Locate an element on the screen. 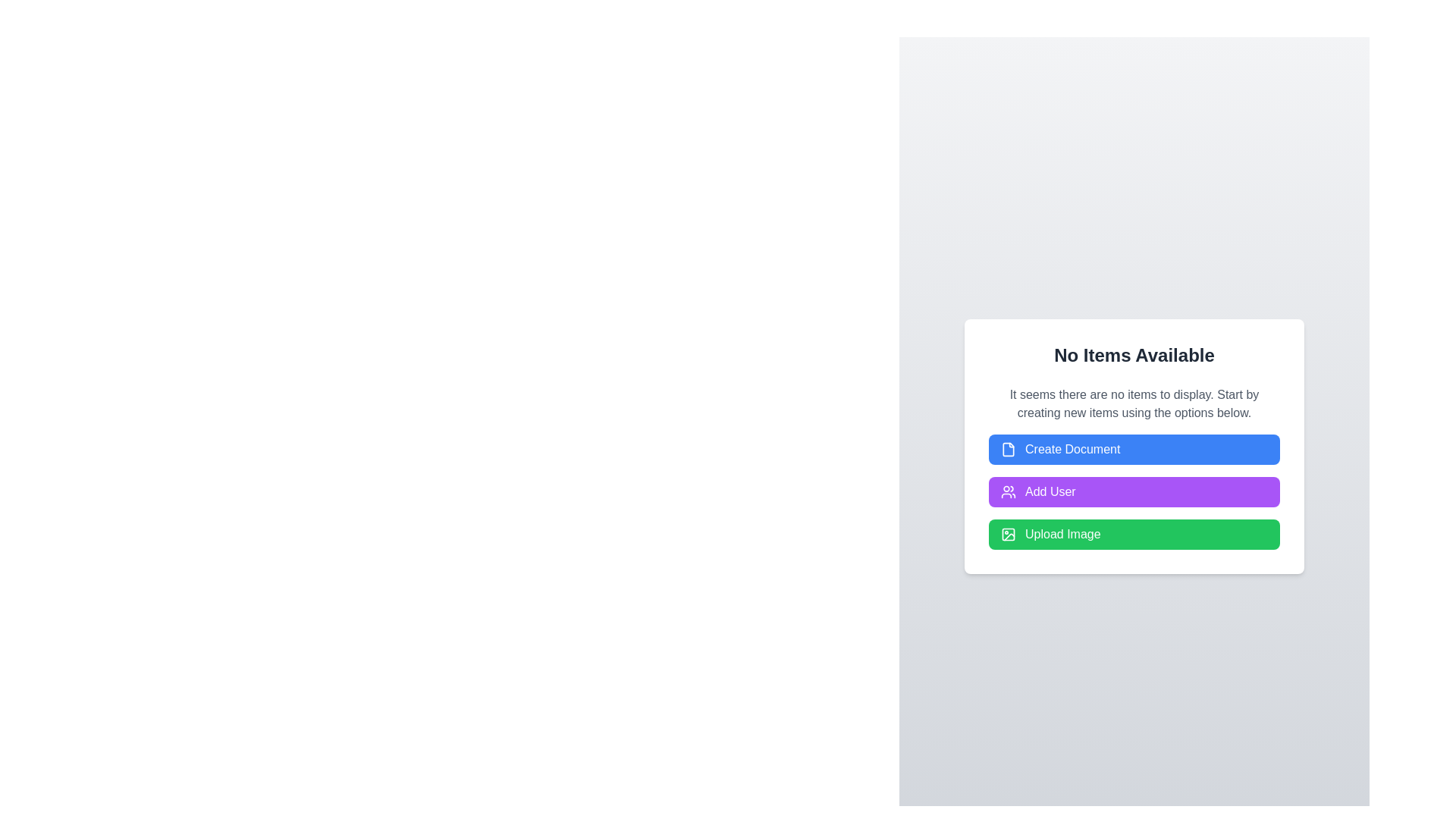  the icon with a square shape and rounded corners, featuring a circle and a line, which is styled with a green background and positioned to the left of the 'Upload Image' text is located at coordinates (1008, 534).